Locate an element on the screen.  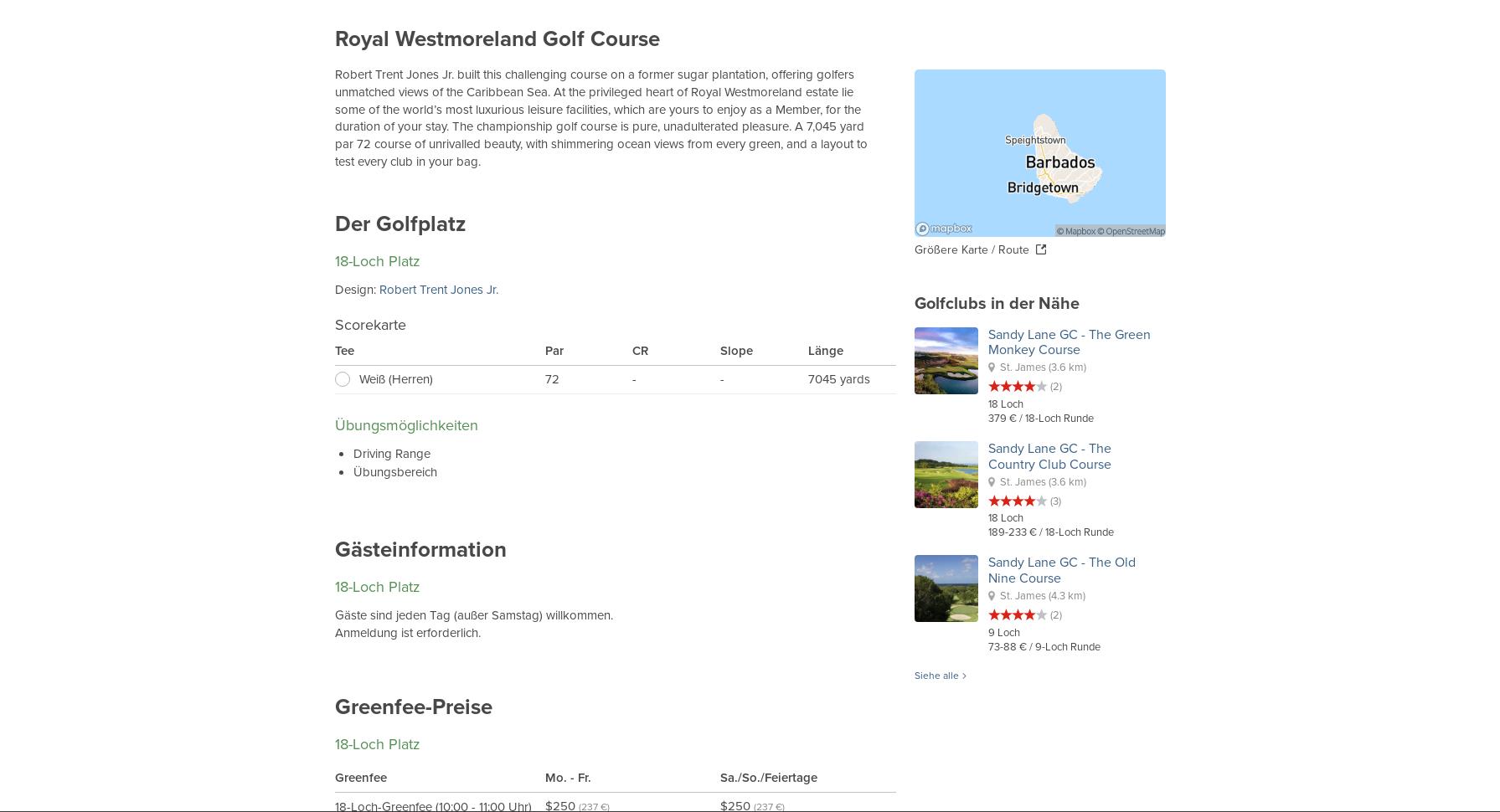
'Slope' is located at coordinates (736, 351).